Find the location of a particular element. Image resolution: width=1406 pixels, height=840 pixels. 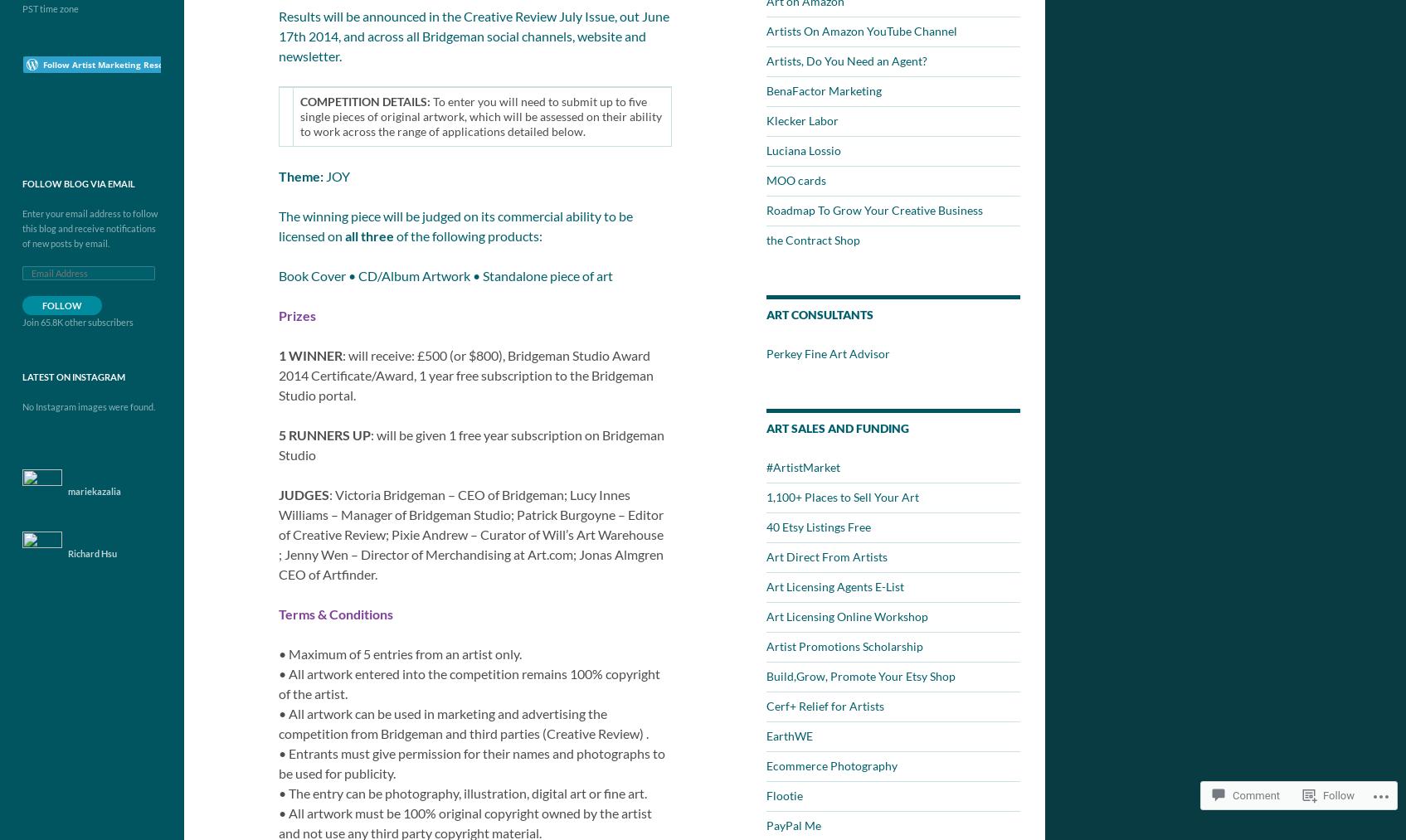

'Artists, Do You Need an Agent?' is located at coordinates (846, 60).